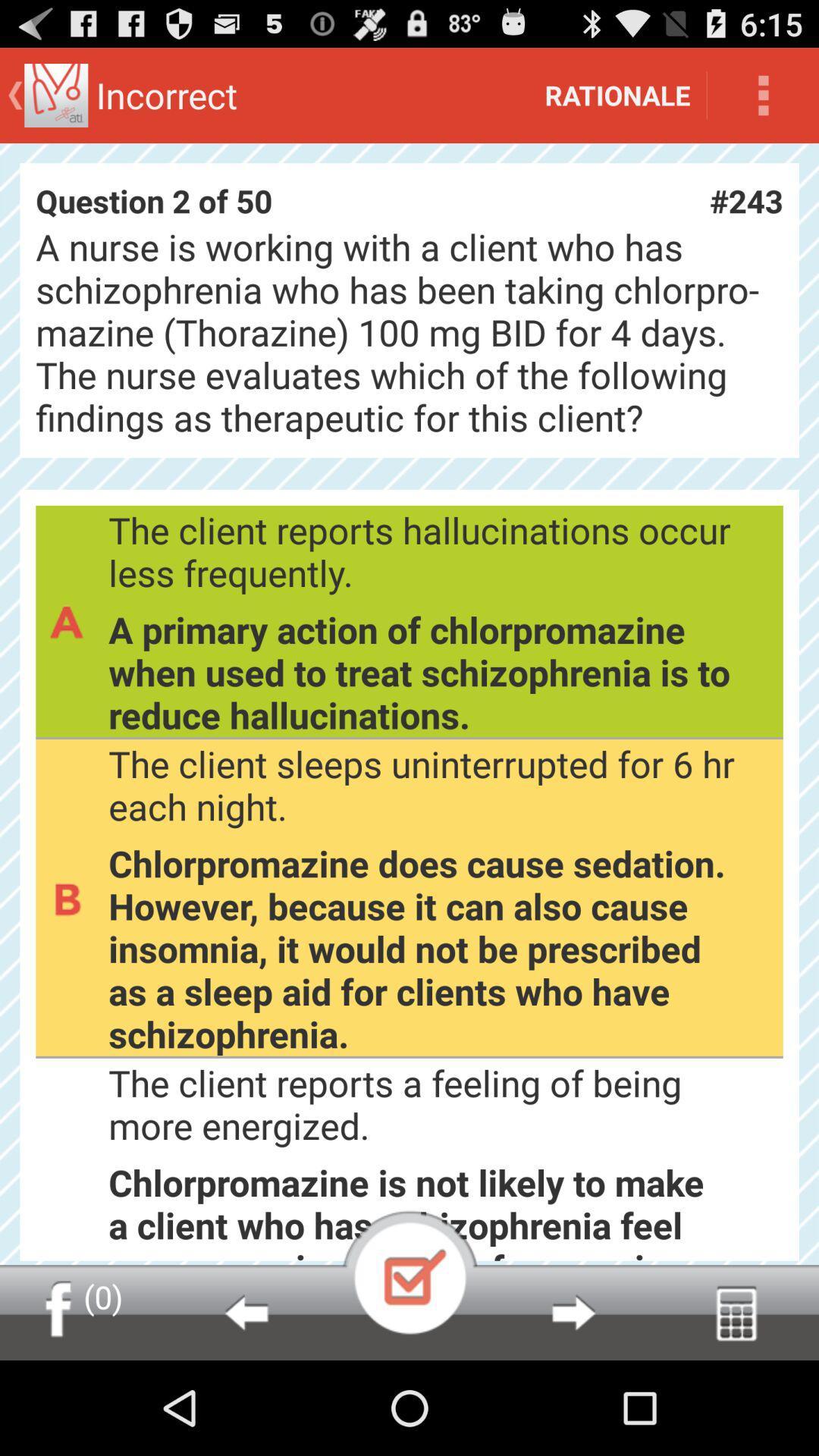 This screenshot has width=819, height=1456. Describe the element at coordinates (617, 94) in the screenshot. I see `icon to the right of incorrect` at that location.